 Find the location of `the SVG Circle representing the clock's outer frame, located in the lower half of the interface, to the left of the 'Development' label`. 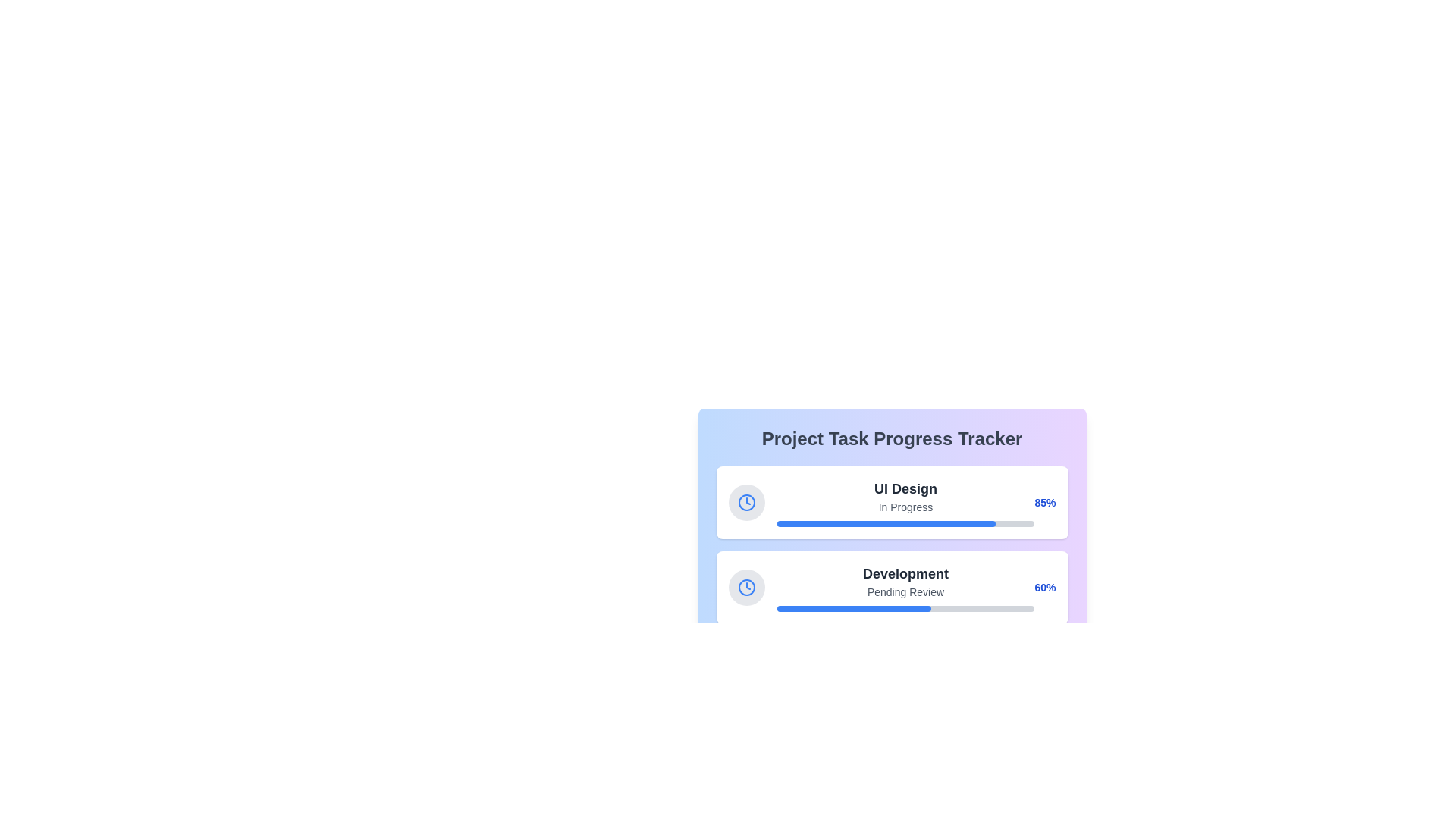

the SVG Circle representing the clock's outer frame, located in the lower half of the interface, to the left of the 'Development' label is located at coordinates (746, 503).